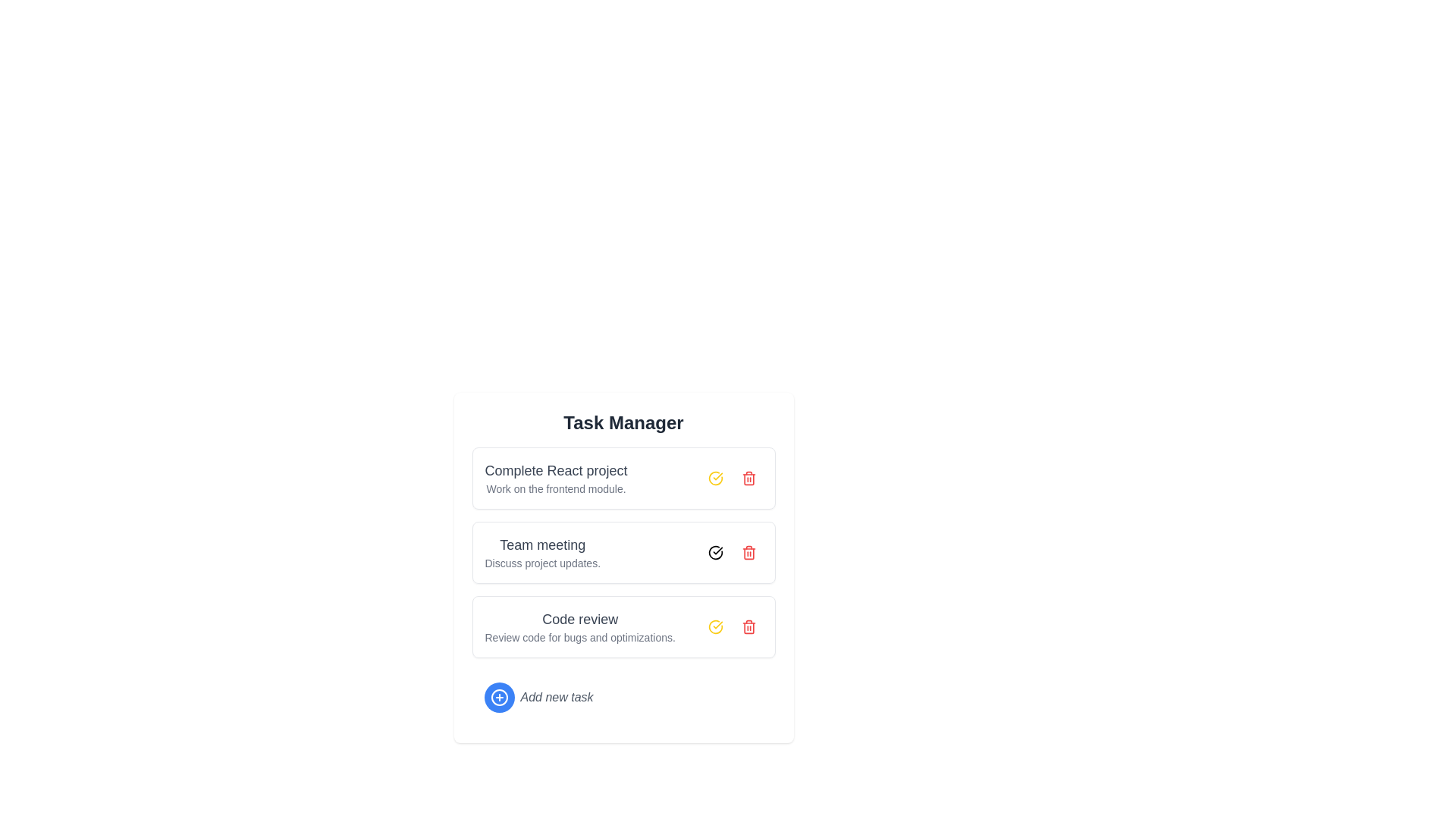 The image size is (1456, 819). I want to click on the first trash icon button located to the right of the 'Complete React project' task entry, so click(748, 479).